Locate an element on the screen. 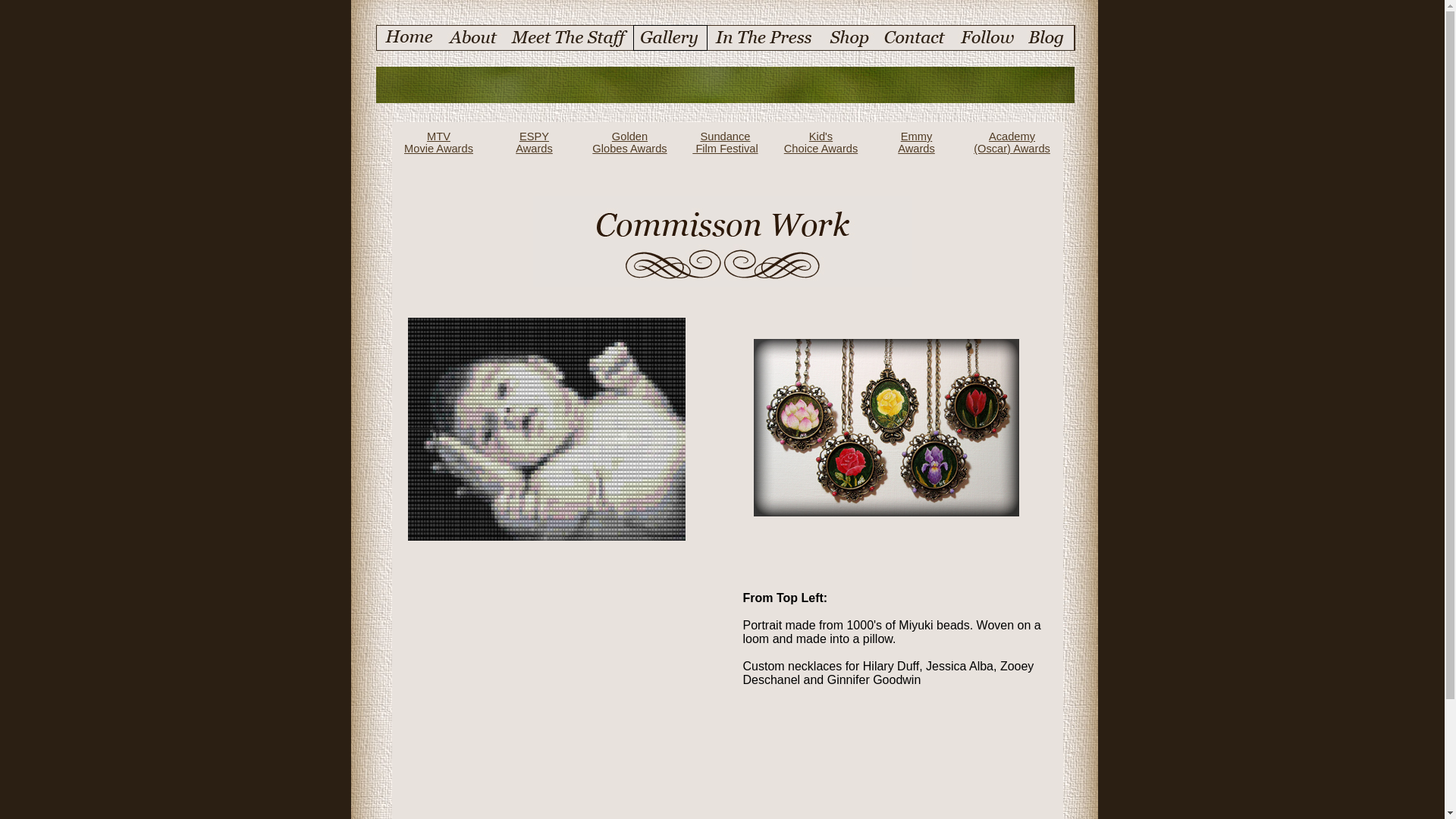  'celebrity necklace' is located at coordinates (886, 427).